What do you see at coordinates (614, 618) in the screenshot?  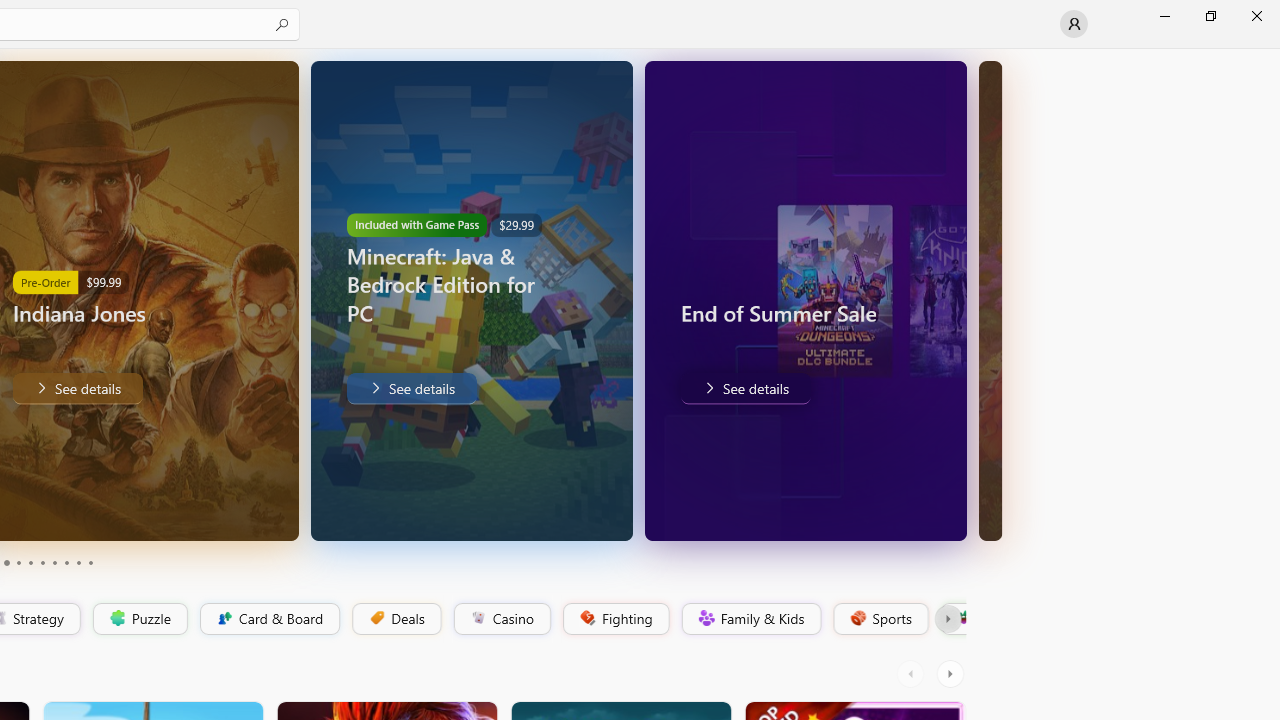 I see `'Fighting'` at bounding box center [614, 618].